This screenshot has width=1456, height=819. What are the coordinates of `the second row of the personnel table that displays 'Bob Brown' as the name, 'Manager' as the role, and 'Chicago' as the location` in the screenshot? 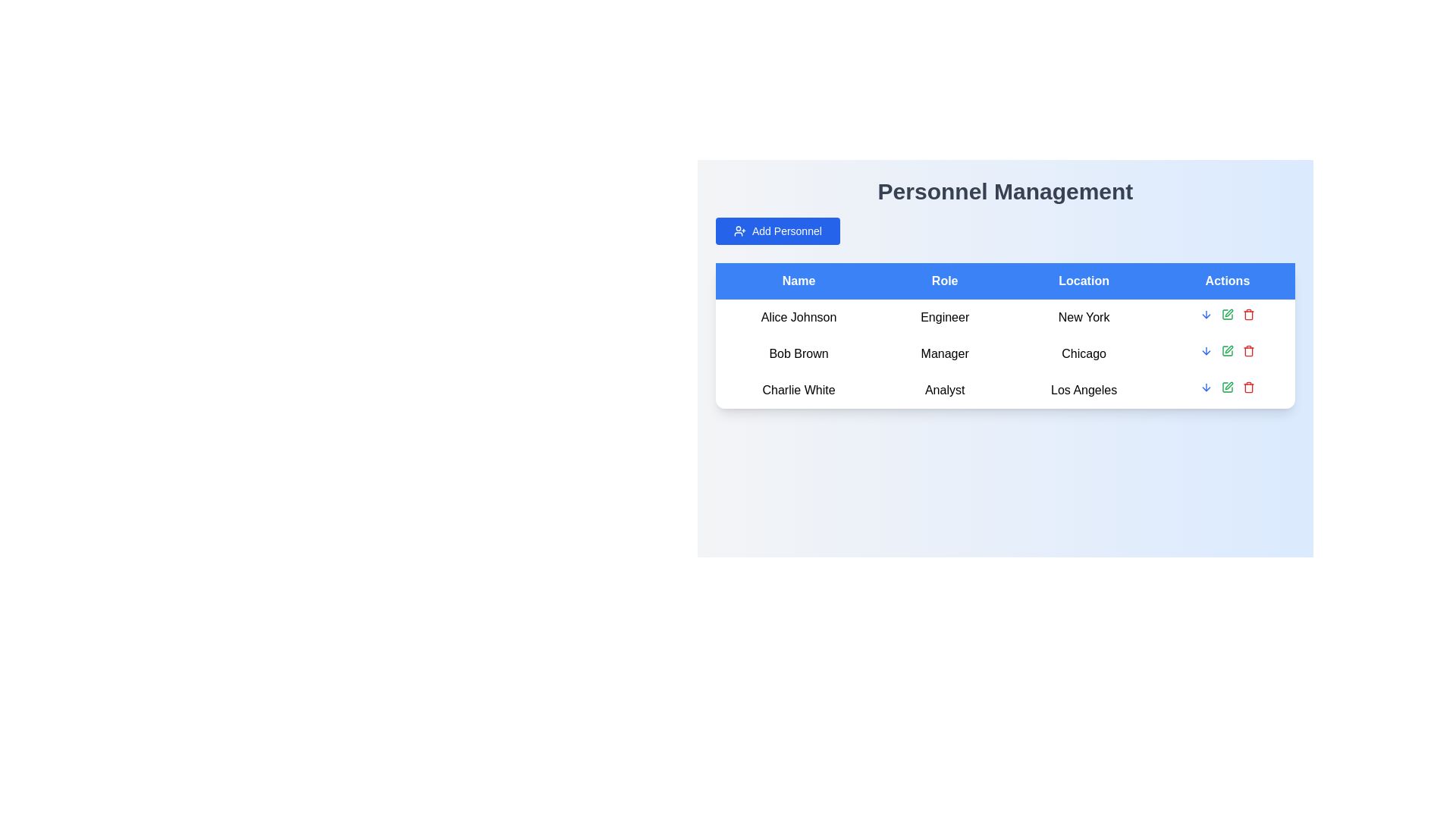 It's located at (1005, 353).